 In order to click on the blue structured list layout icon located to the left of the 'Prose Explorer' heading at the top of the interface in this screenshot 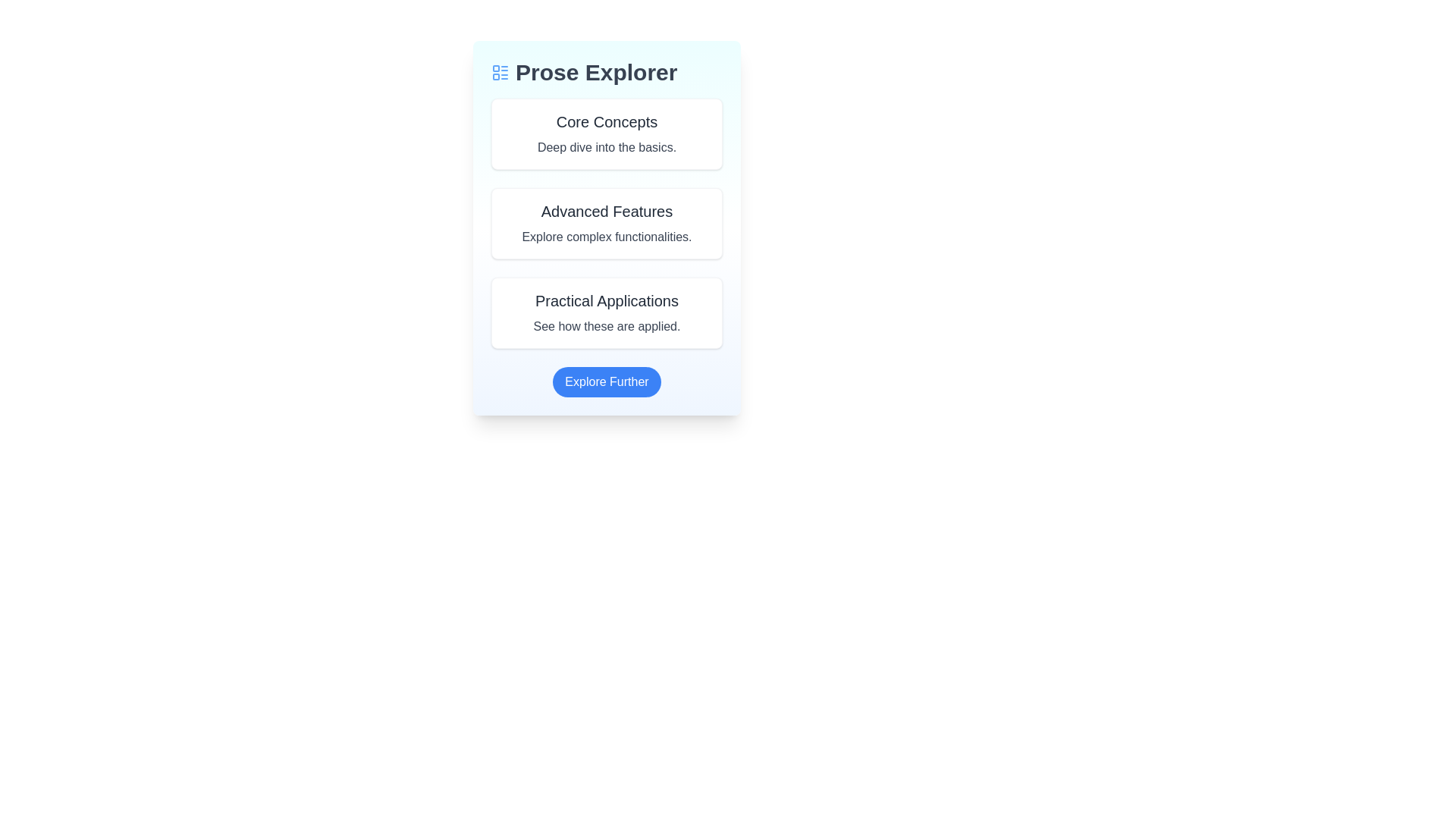, I will do `click(500, 73)`.